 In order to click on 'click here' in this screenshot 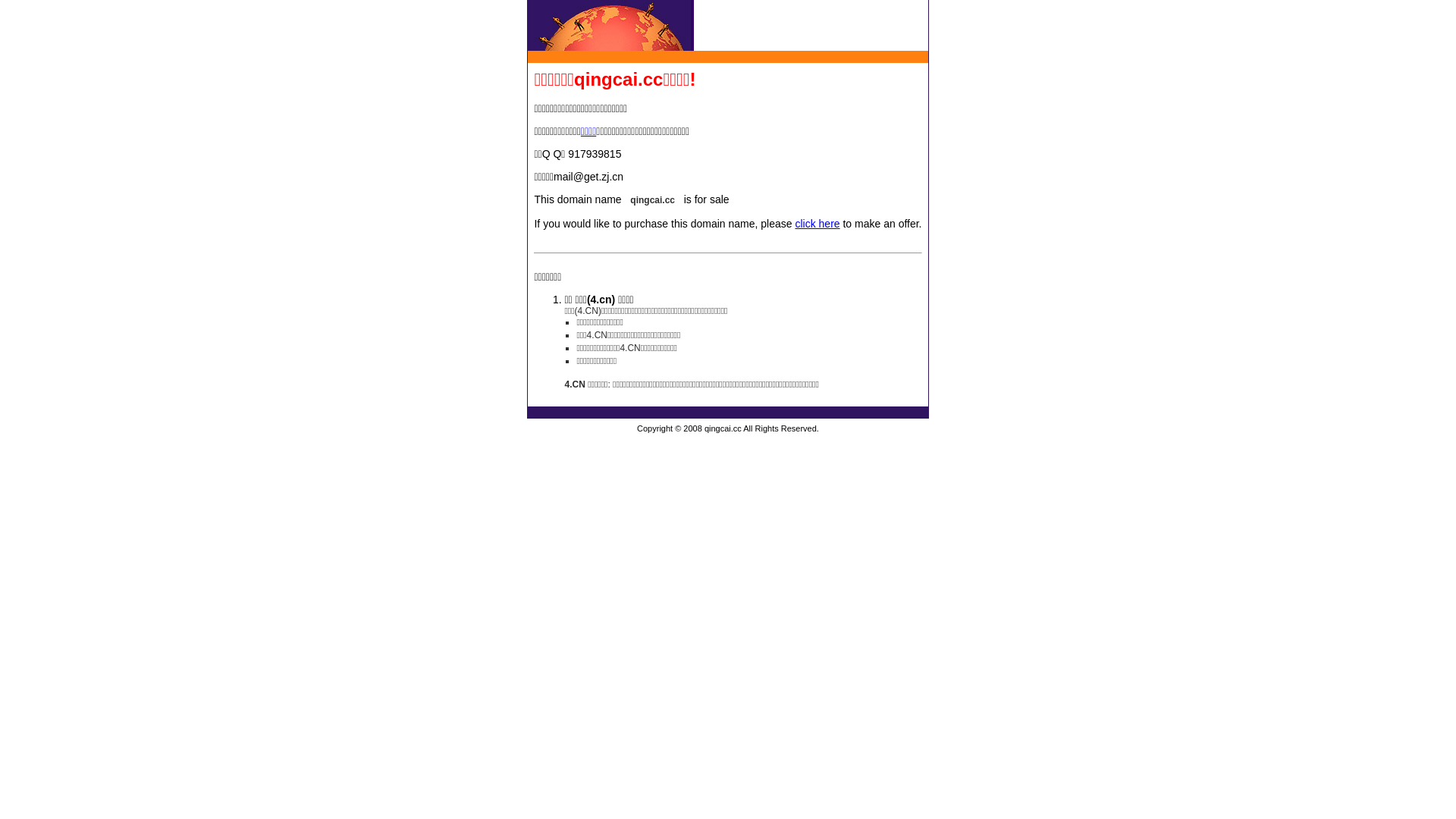, I will do `click(816, 223)`.